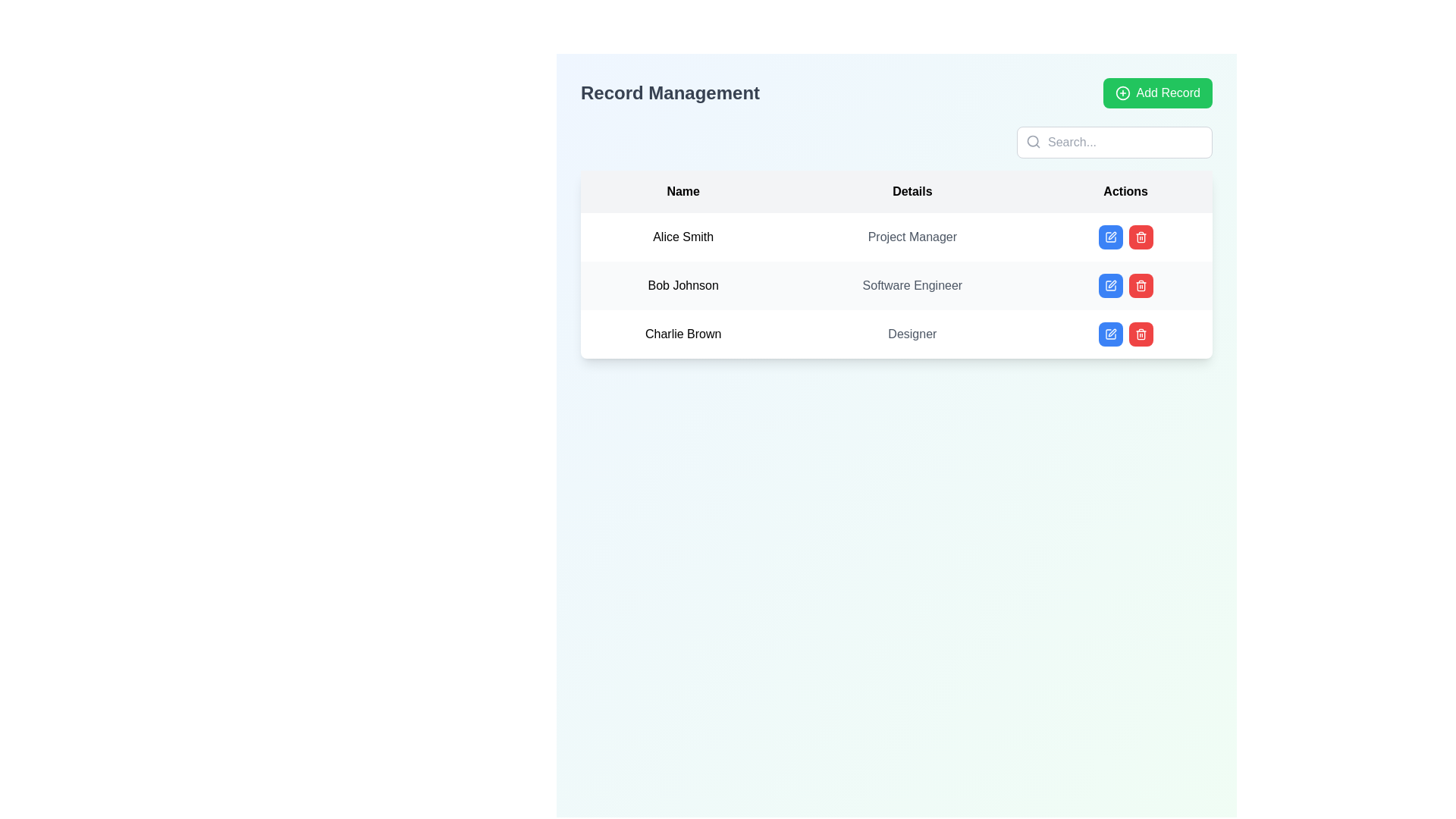  I want to click on the edit icon button located in the rightmost column of the table under the 'Actions' header, so click(1110, 286).